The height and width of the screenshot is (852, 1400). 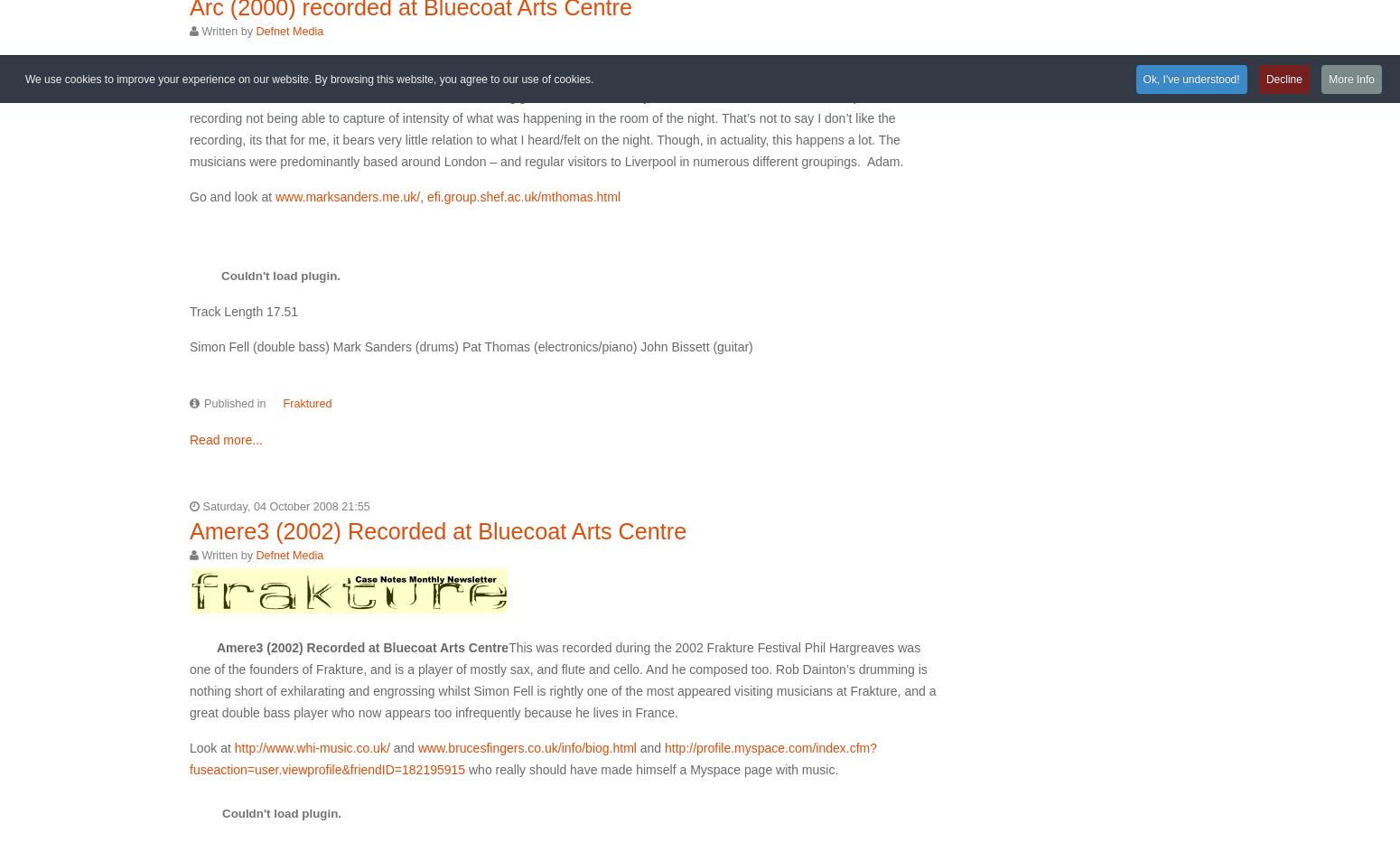 What do you see at coordinates (524, 197) in the screenshot?
I see `'efi.group.shef.ac.uk/mthomas.html'` at bounding box center [524, 197].